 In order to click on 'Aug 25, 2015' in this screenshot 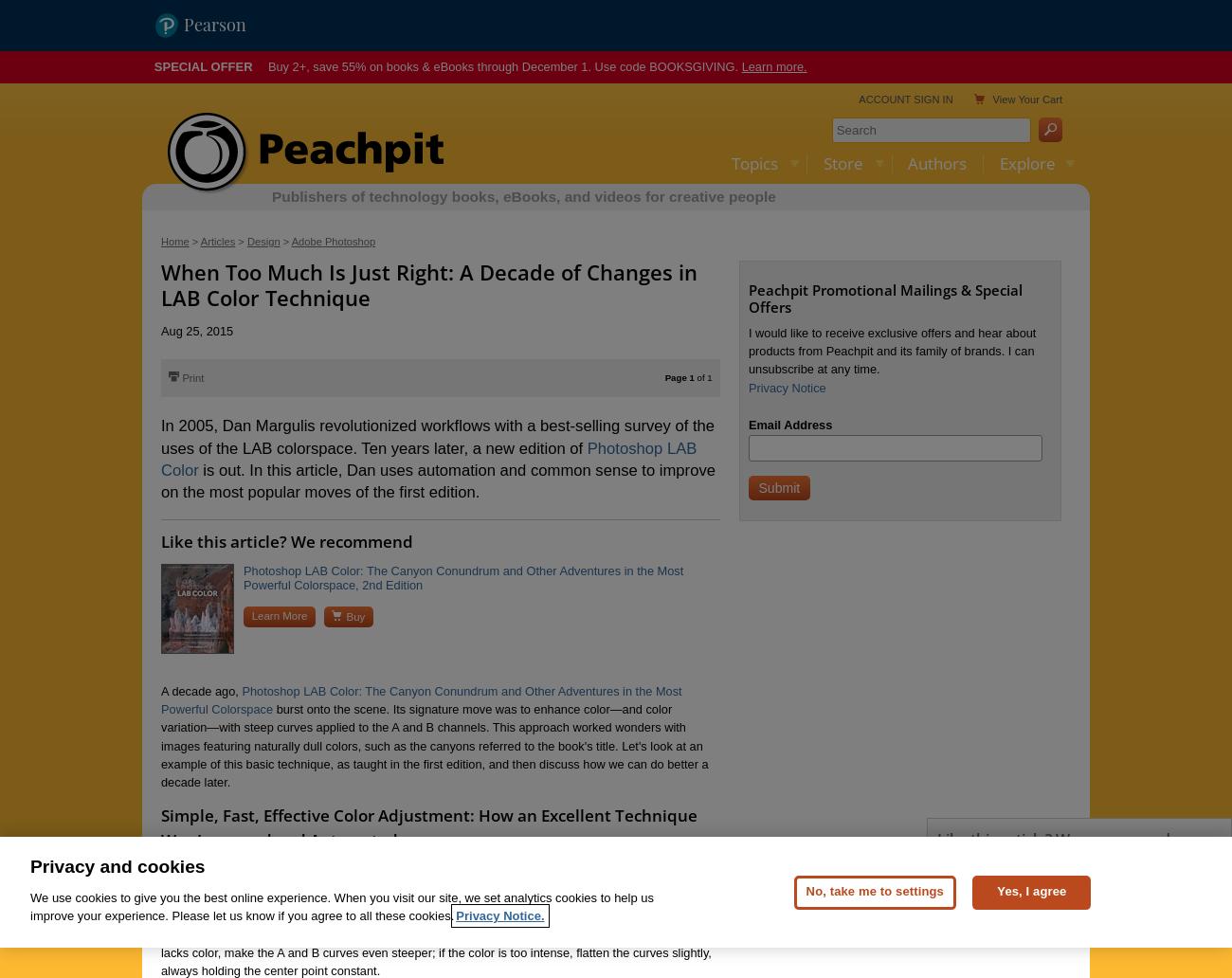, I will do `click(197, 330)`.